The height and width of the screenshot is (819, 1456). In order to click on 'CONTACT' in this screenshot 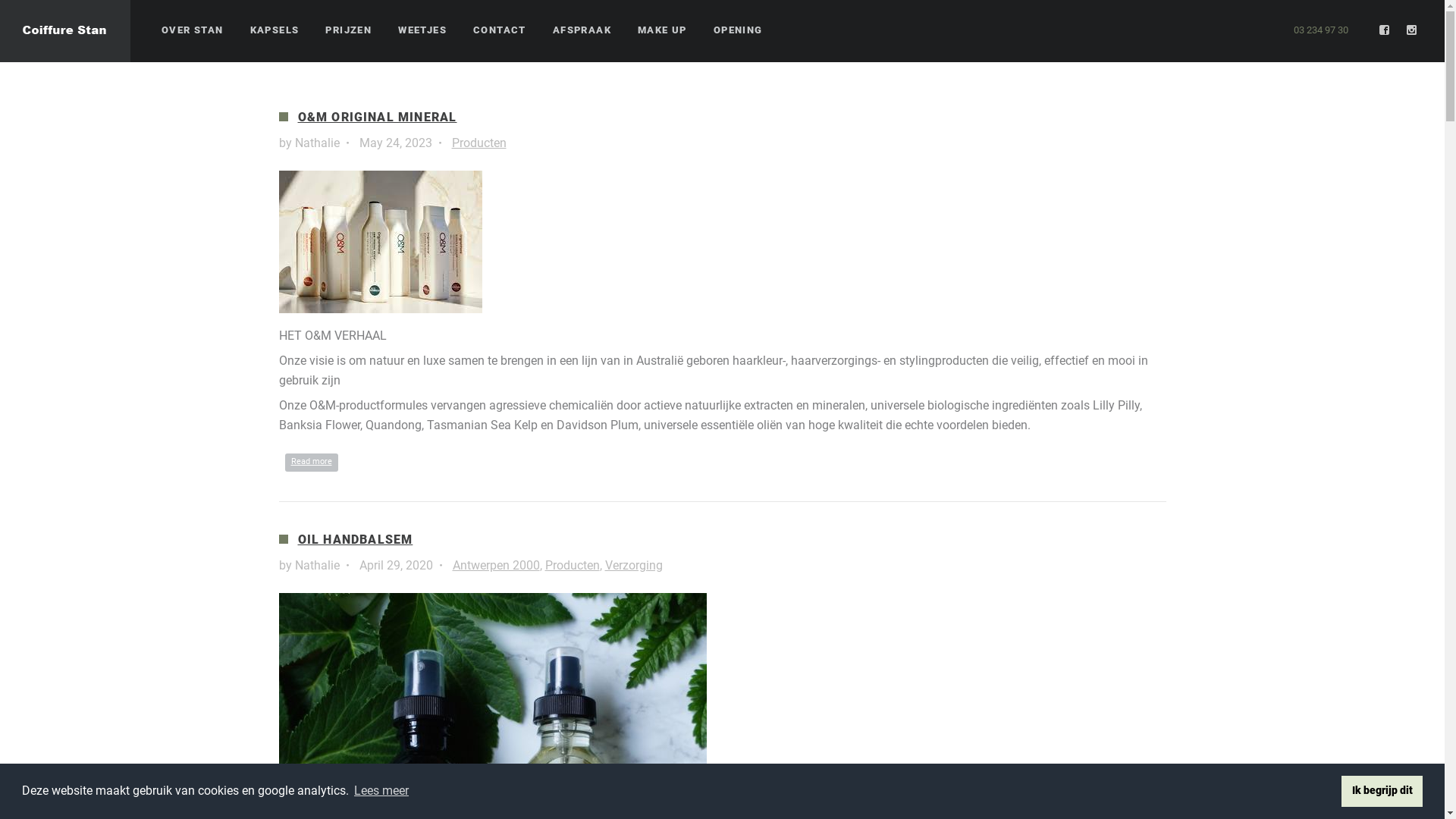, I will do `click(499, 30)`.